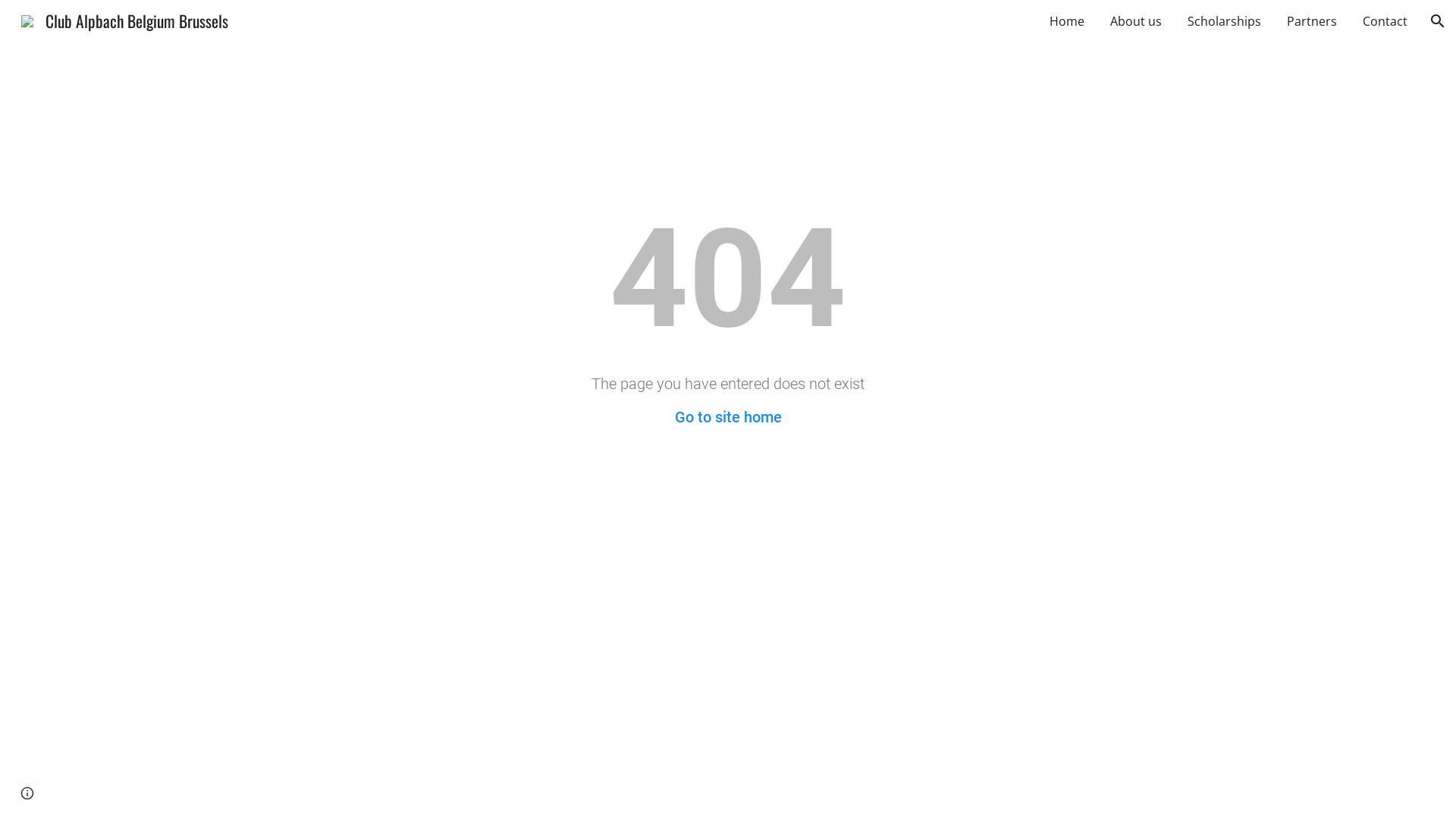 This screenshot has width=1456, height=819. I want to click on 'About us', so click(1135, 20).